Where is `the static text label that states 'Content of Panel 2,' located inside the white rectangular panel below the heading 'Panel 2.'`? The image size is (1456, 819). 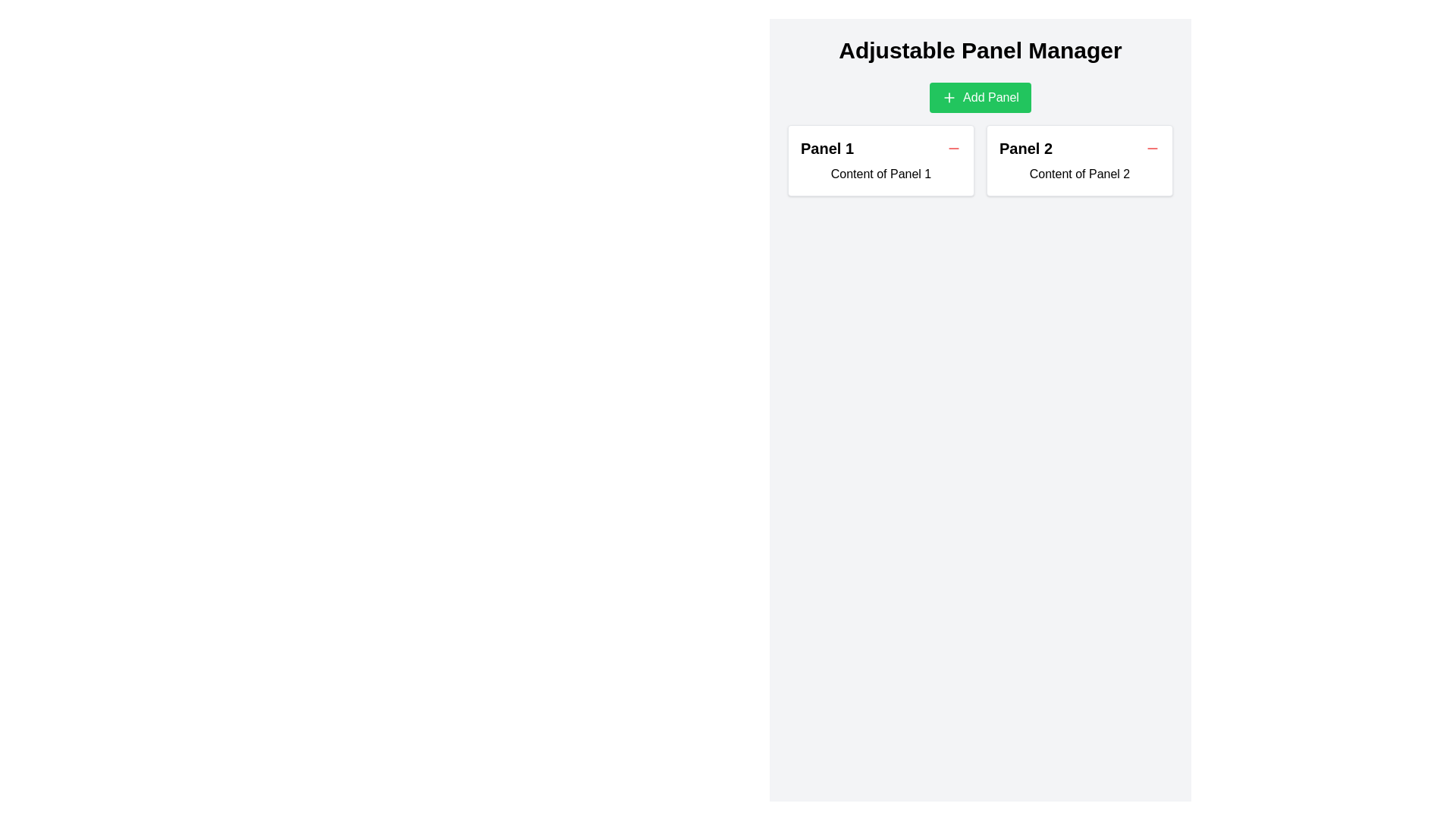
the static text label that states 'Content of Panel 2,' located inside the white rectangular panel below the heading 'Panel 2.' is located at coordinates (1079, 174).